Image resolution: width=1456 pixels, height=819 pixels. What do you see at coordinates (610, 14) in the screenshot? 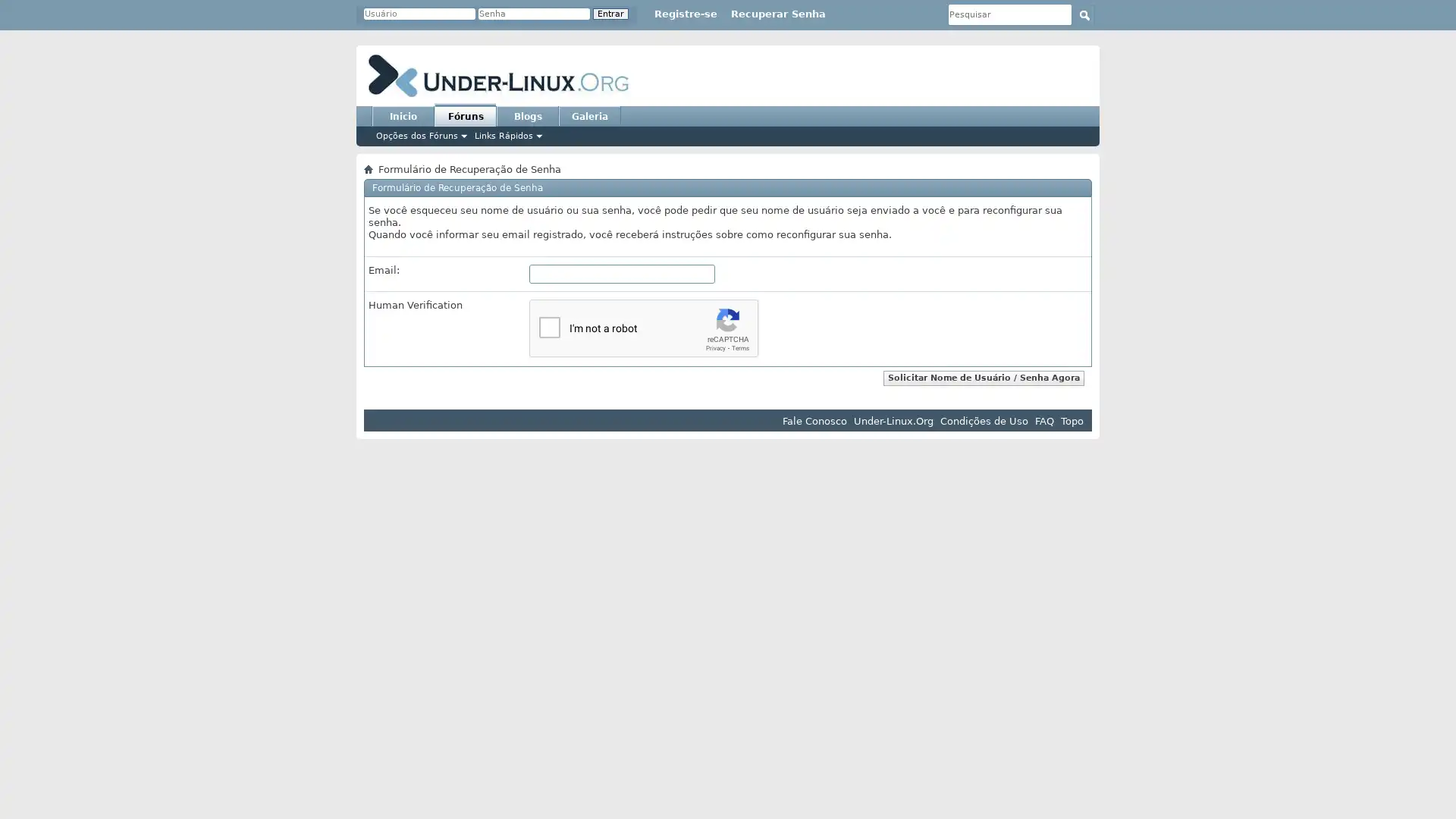
I see `Entrar` at bounding box center [610, 14].